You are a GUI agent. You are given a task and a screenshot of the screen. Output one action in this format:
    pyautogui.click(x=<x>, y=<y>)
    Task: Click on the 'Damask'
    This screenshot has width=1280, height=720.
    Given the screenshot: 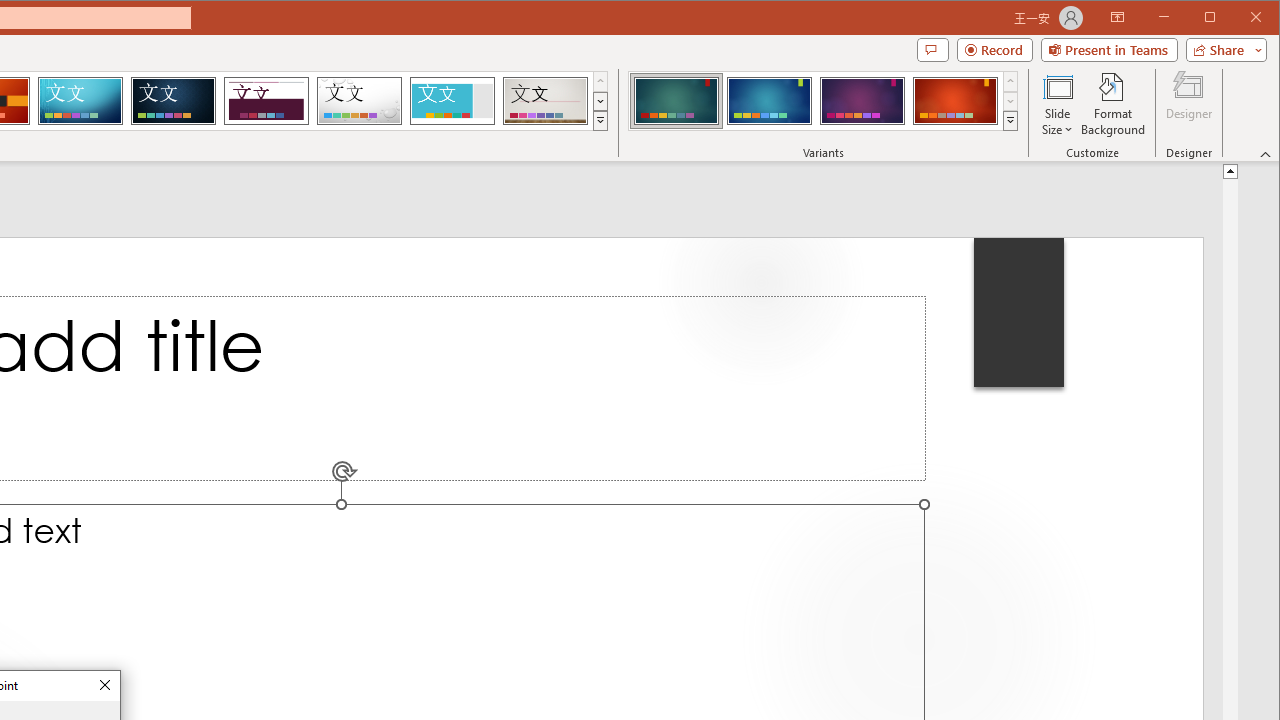 What is the action you would take?
    pyautogui.click(x=173, y=100)
    